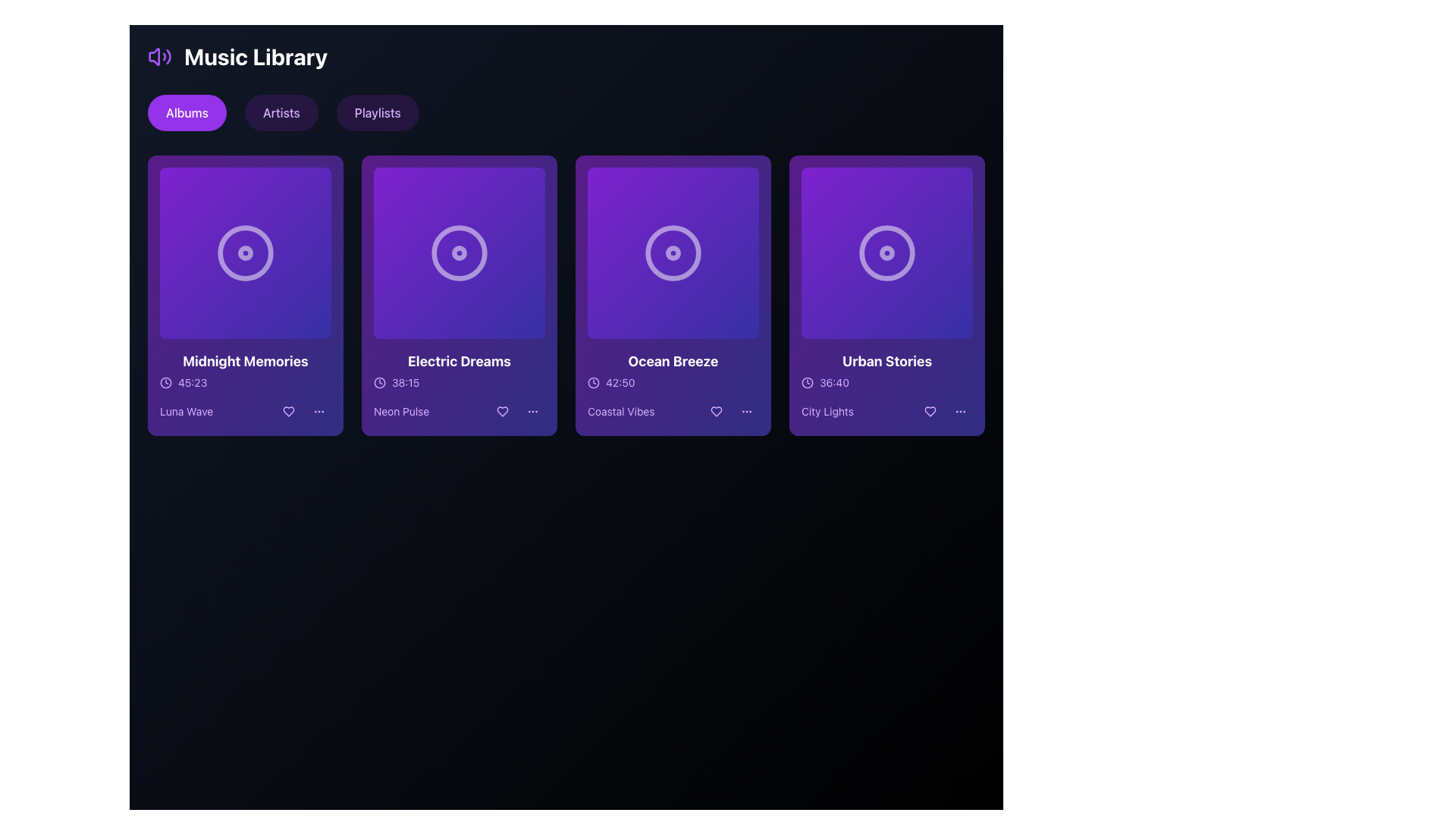 This screenshot has width=1456, height=819. What do you see at coordinates (247, 253) in the screenshot?
I see `the triangular play button icon located within the 'Midnight Memories' card in the top-left corner of the grid to play the associated media` at bounding box center [247, 253].